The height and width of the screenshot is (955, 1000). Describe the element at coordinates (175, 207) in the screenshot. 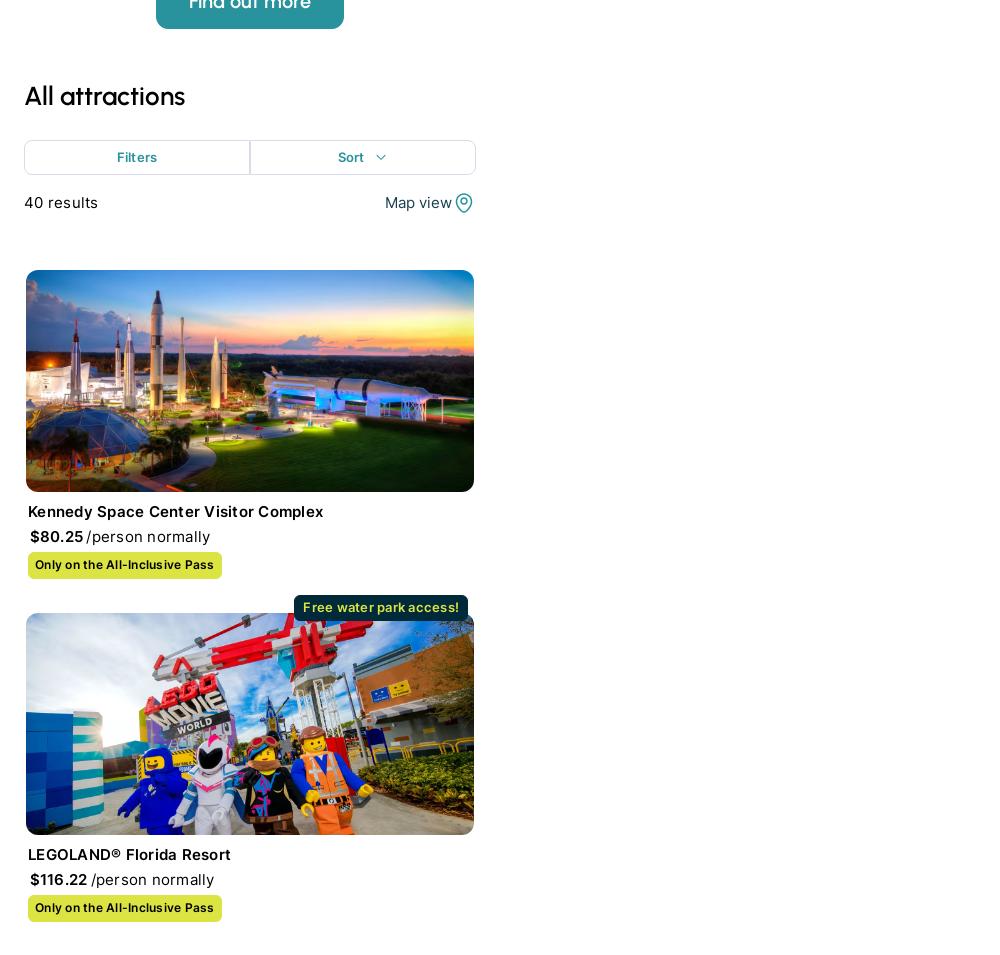

I see `'Have a 5% discount, on us!'` at that location.